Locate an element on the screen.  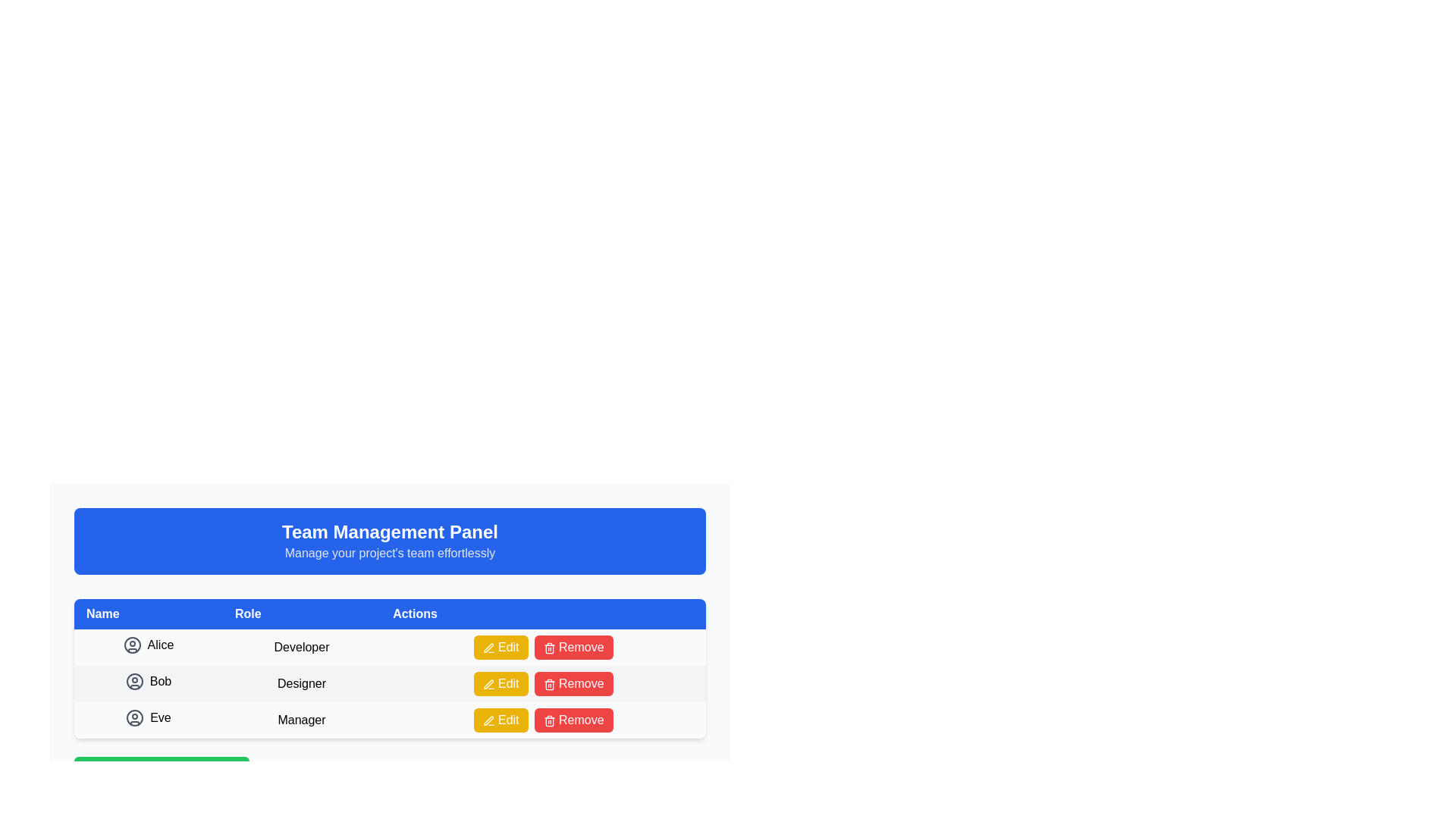
the first interactive button in the 'Actions' column of the table corresponding to the 'Manager' row is located at coordinates (500, 719).